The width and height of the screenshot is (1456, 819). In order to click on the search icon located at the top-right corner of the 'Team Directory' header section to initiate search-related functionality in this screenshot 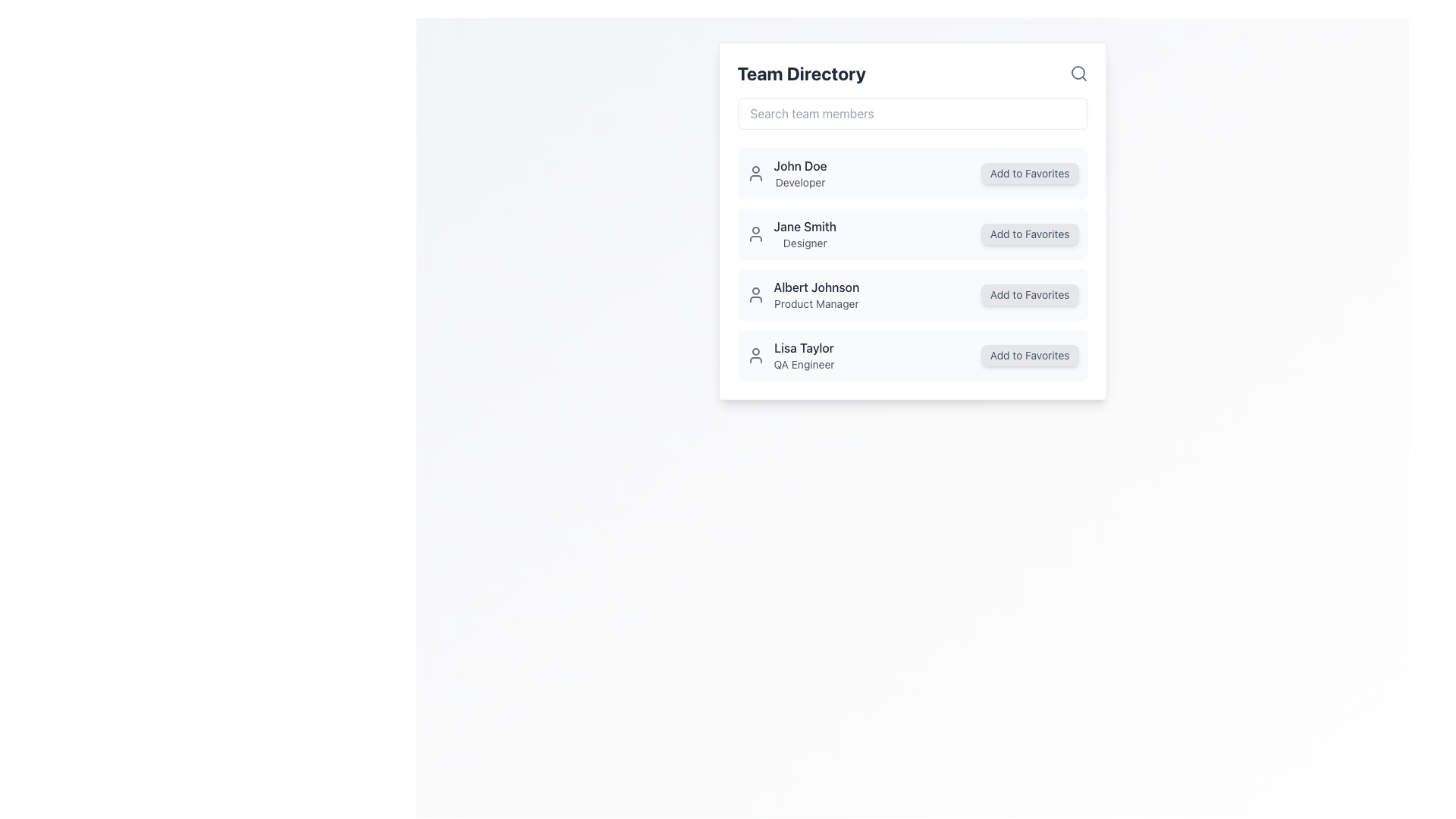, I will do `click(1078, 73)`.